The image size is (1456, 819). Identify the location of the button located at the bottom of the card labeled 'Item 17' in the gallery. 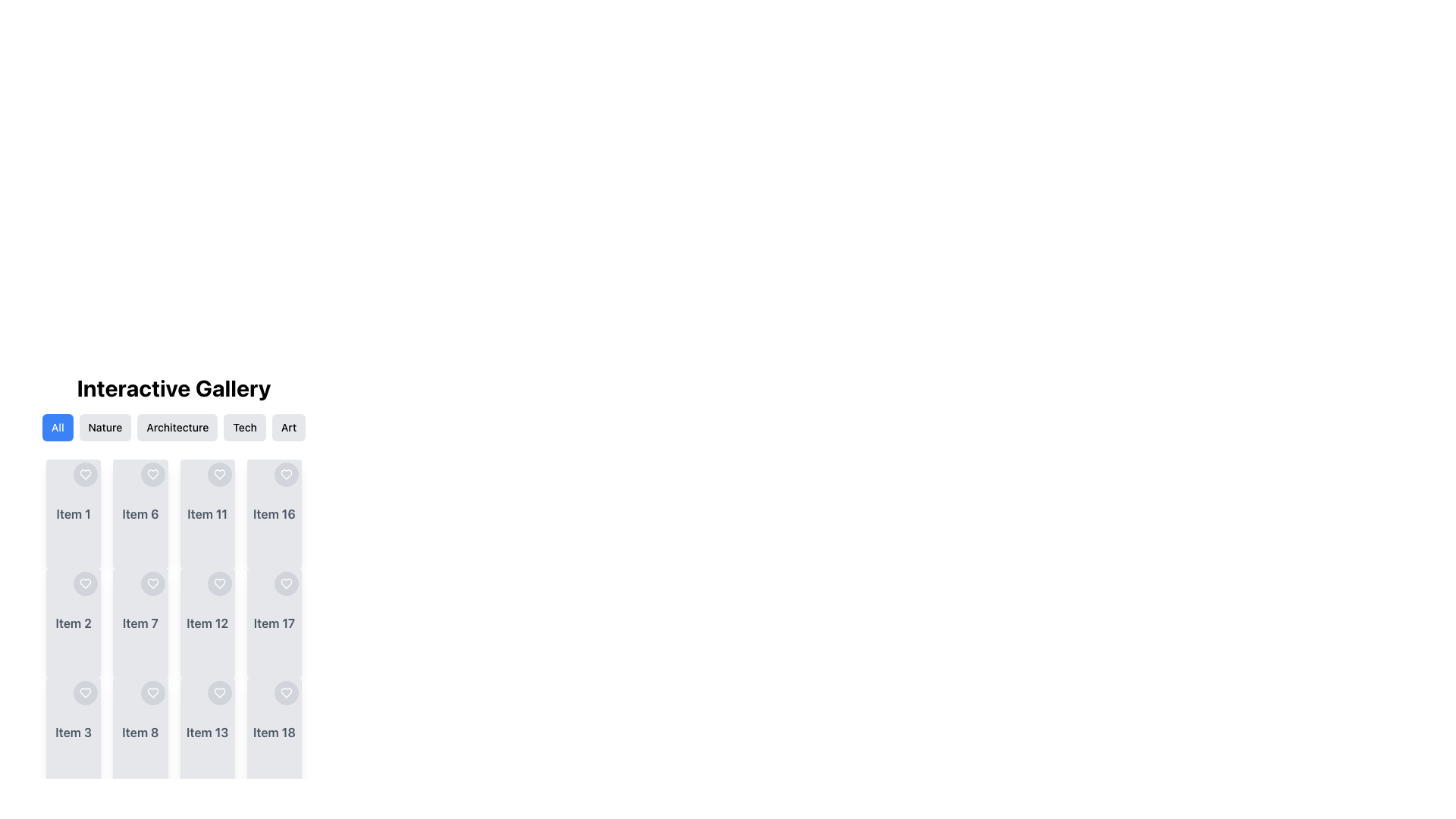
(274, 623).